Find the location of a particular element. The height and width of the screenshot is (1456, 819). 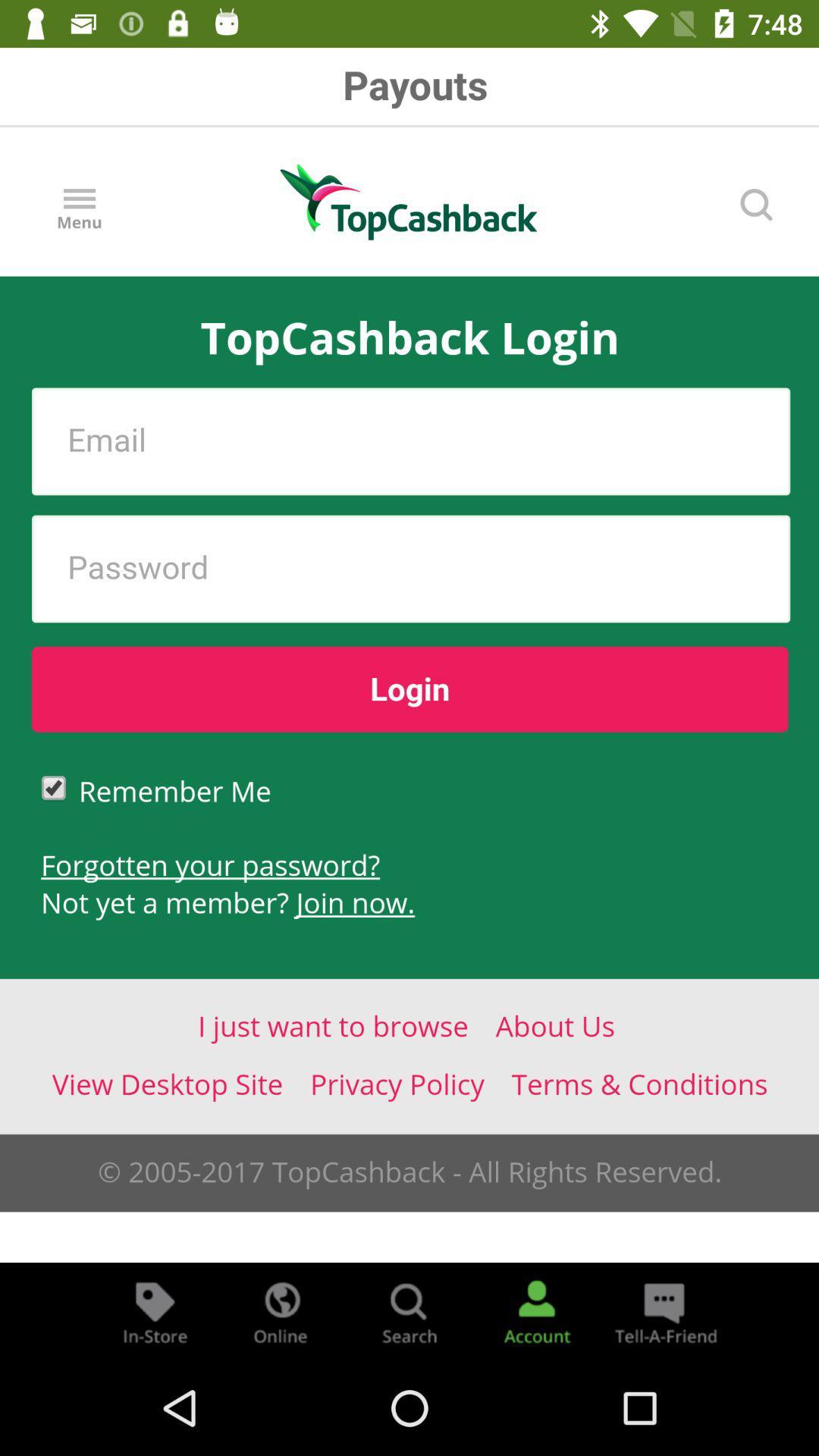

in-store tab is located at coordinates (155, 1310).